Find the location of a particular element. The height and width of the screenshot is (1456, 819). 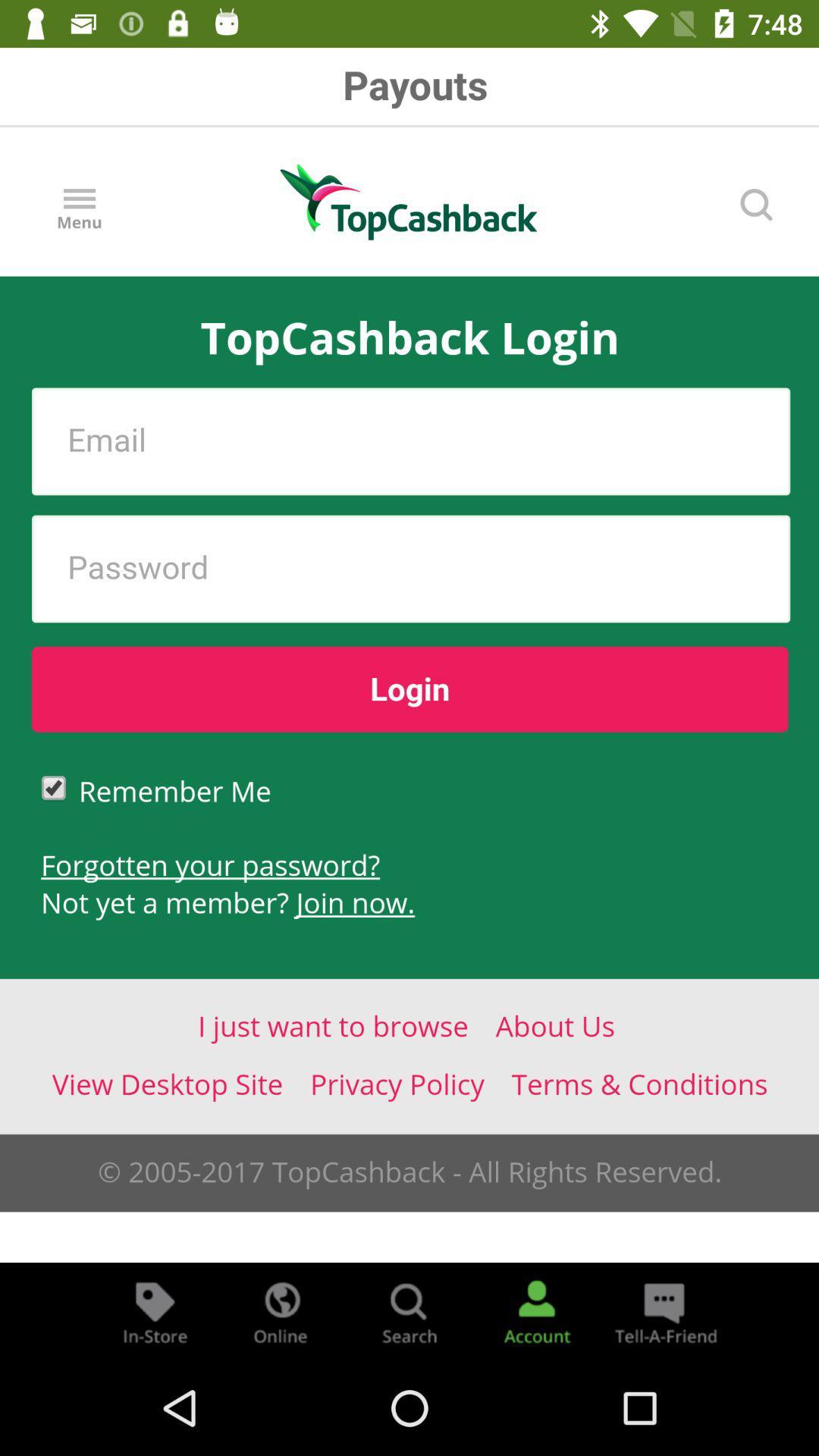

in-store tab is located at coordinates (155, 1310).